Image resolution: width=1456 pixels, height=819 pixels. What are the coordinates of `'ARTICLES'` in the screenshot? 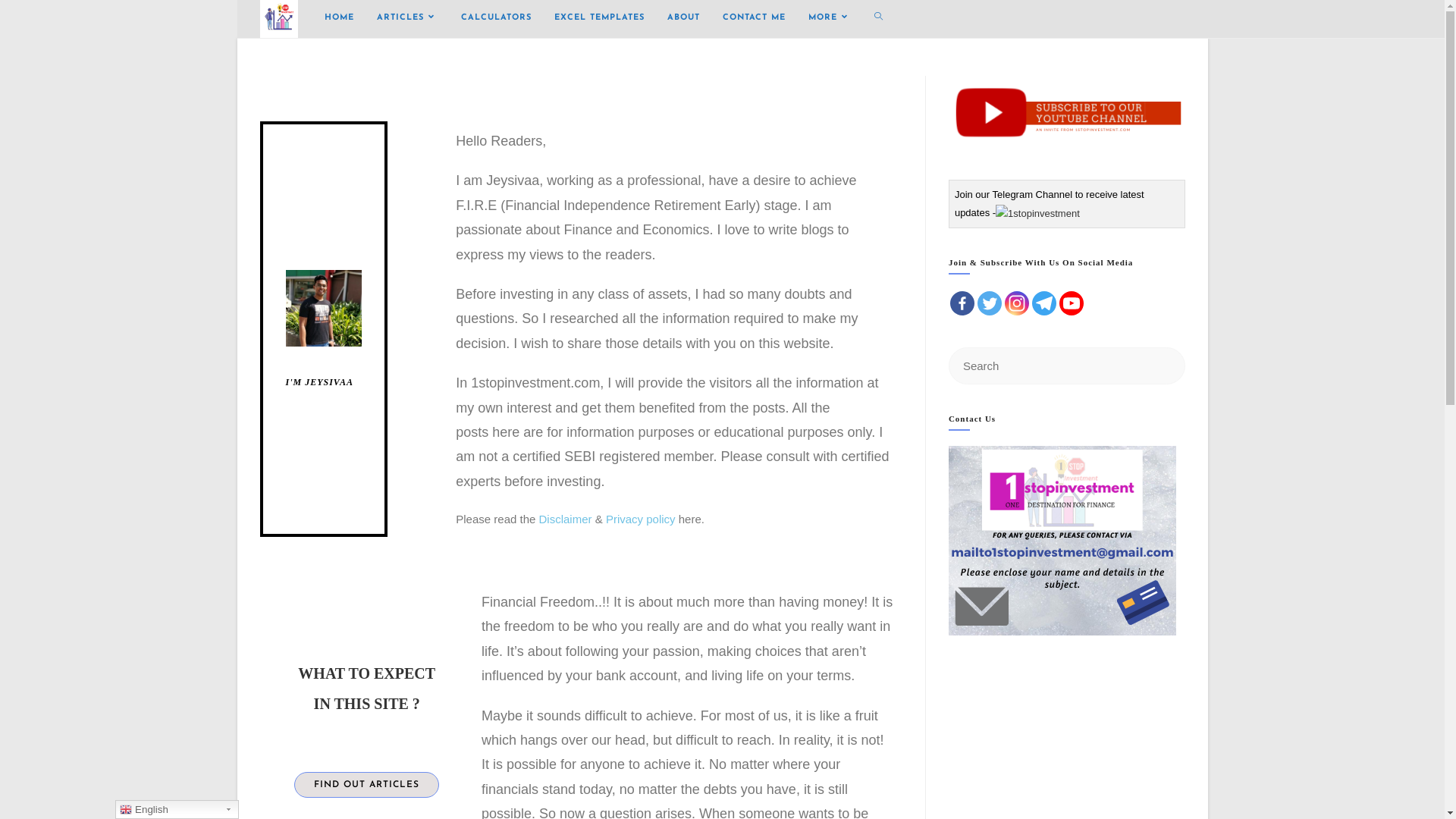 It's located at (407, 17).